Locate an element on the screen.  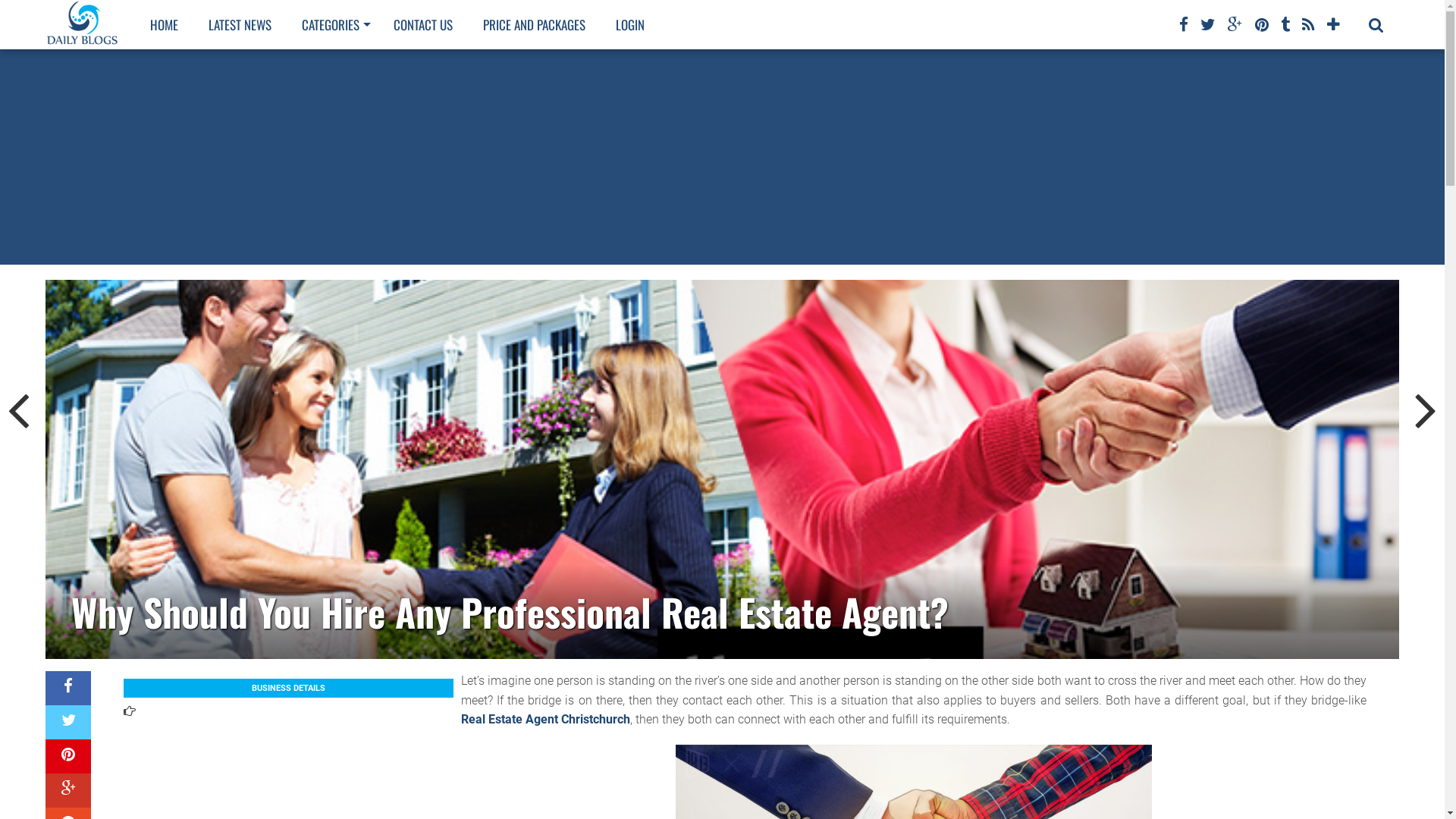
'LATEST NEWS' is located at coordinates (239, 24).